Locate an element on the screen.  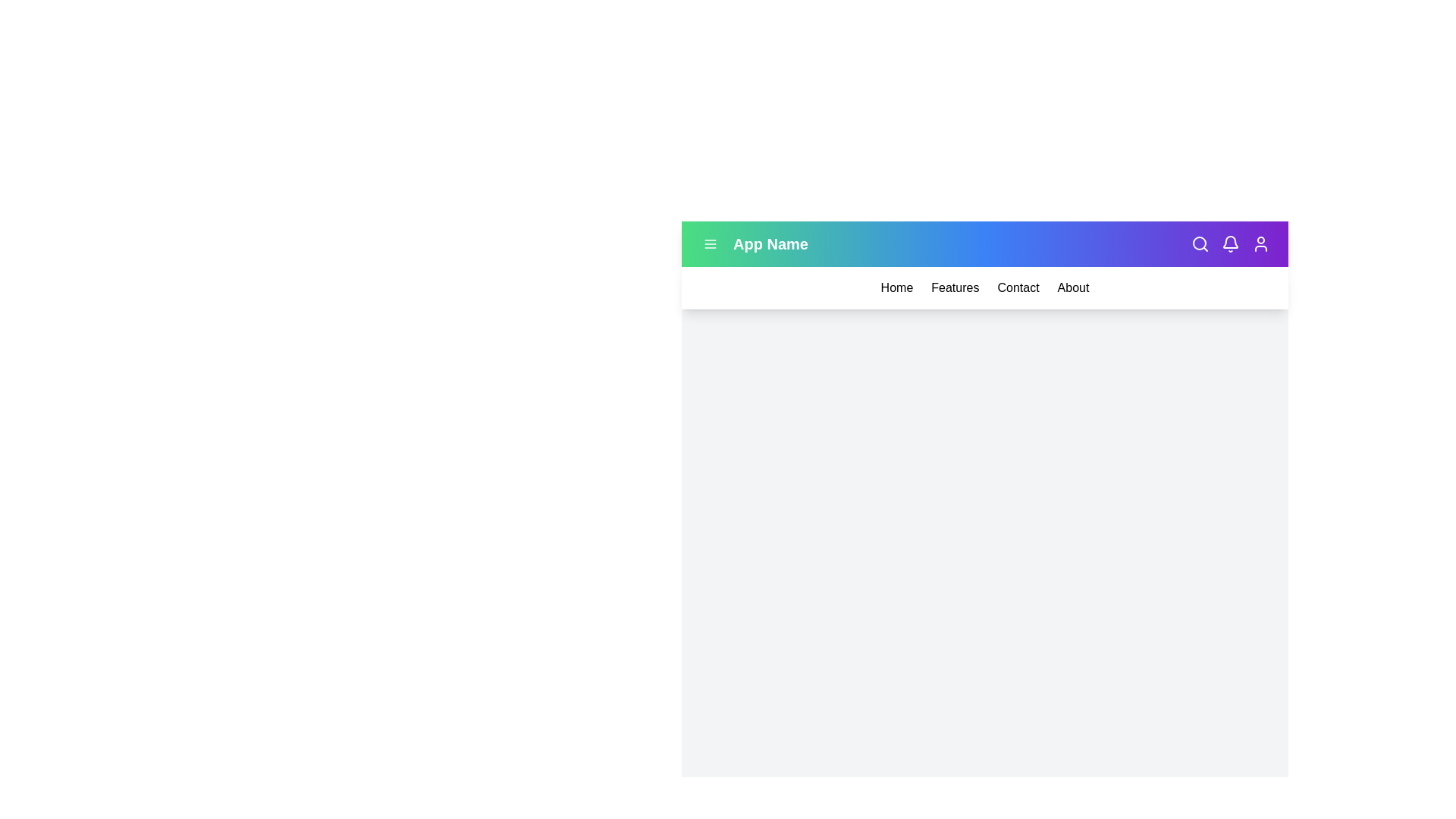
the bell icon to view notifications is located at coordinates (1230, 243).